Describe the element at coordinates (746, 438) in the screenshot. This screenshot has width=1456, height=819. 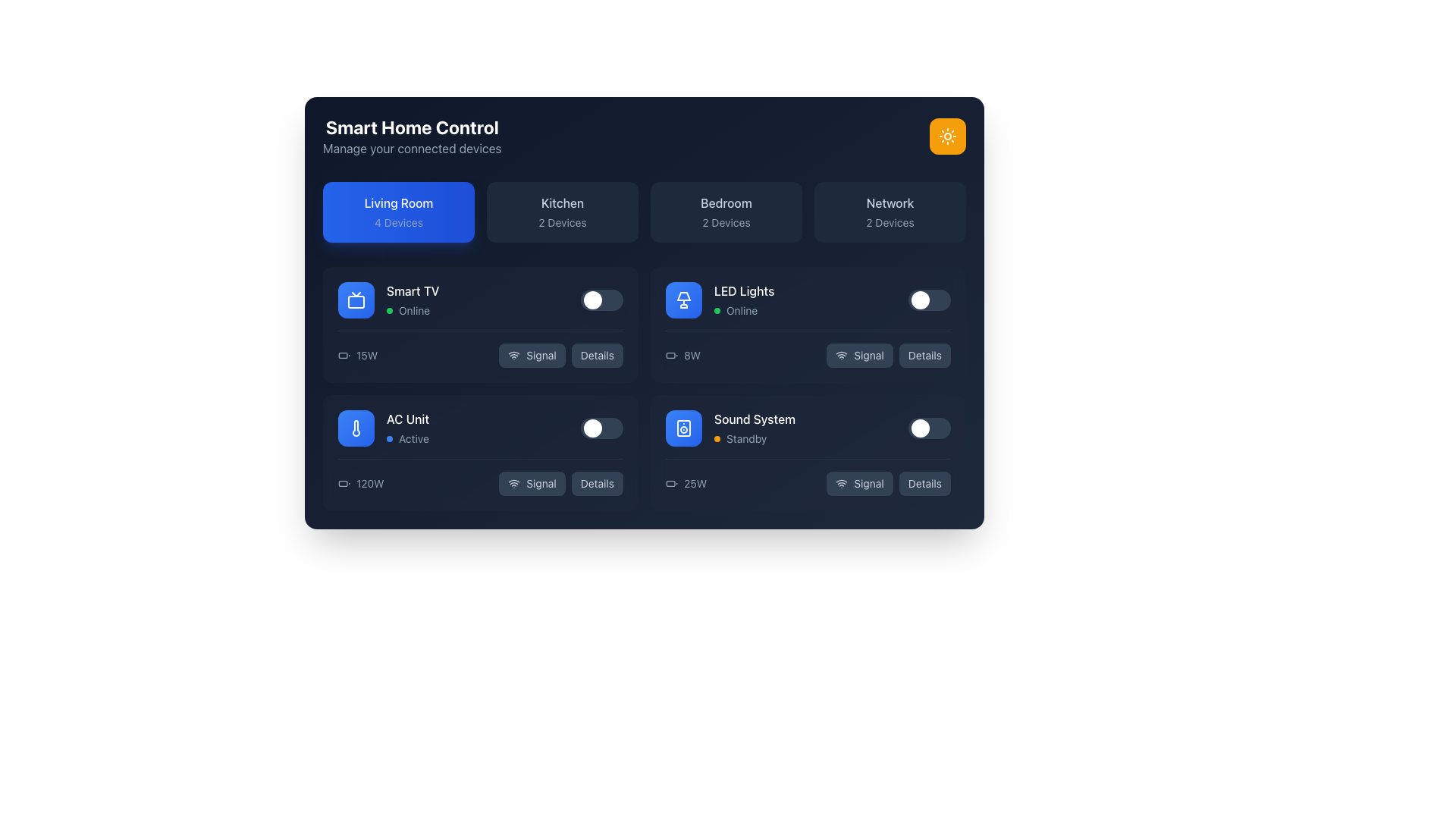
I see `the status label indicating the current operational state of the 'Sound System', located in the lower right quadrant of the interface beneath the 'Sound System' label` at that location.